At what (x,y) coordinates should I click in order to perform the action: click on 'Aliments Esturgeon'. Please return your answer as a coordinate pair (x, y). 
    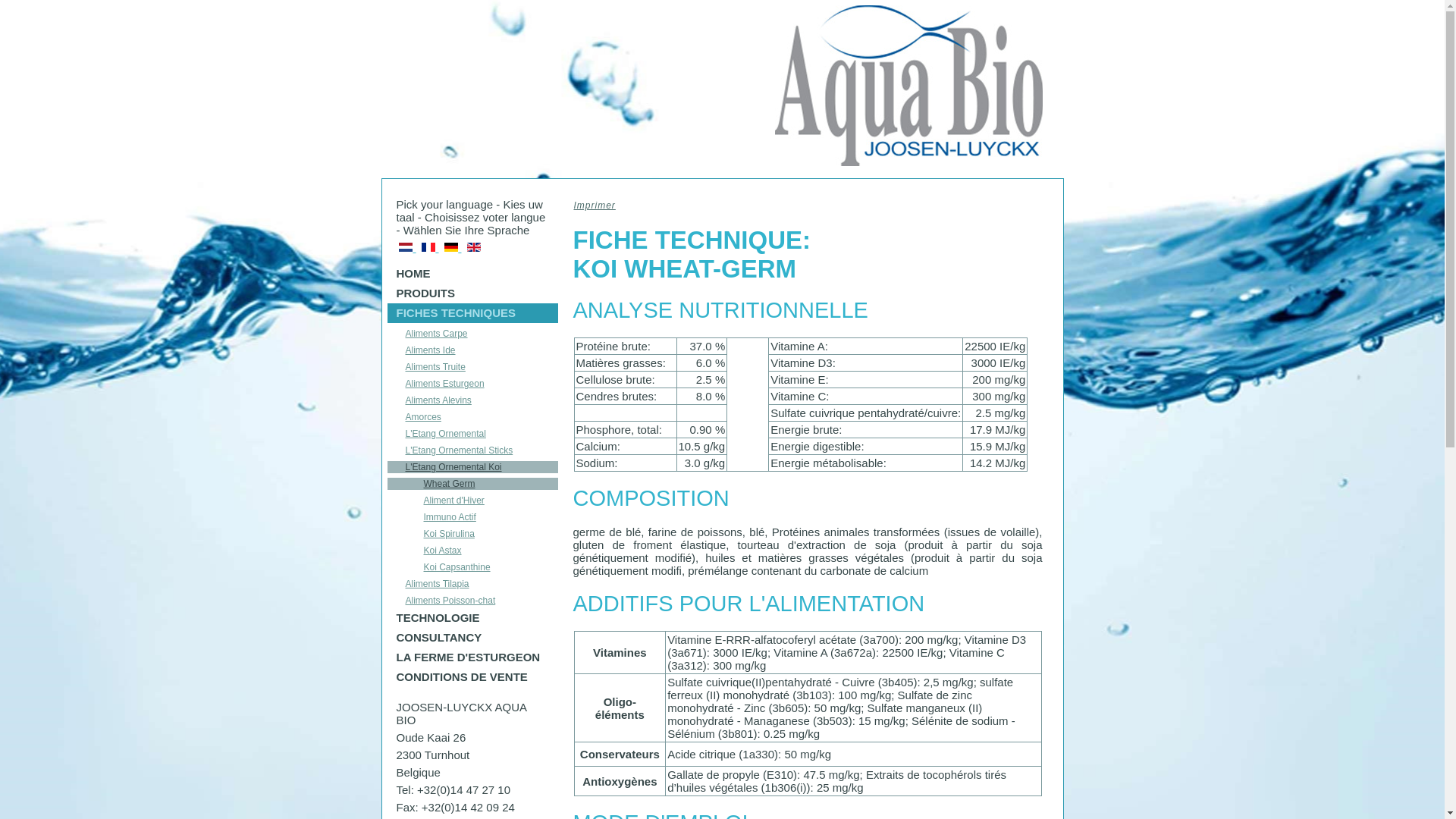
    Looking at the image, I should click on (471, 382).